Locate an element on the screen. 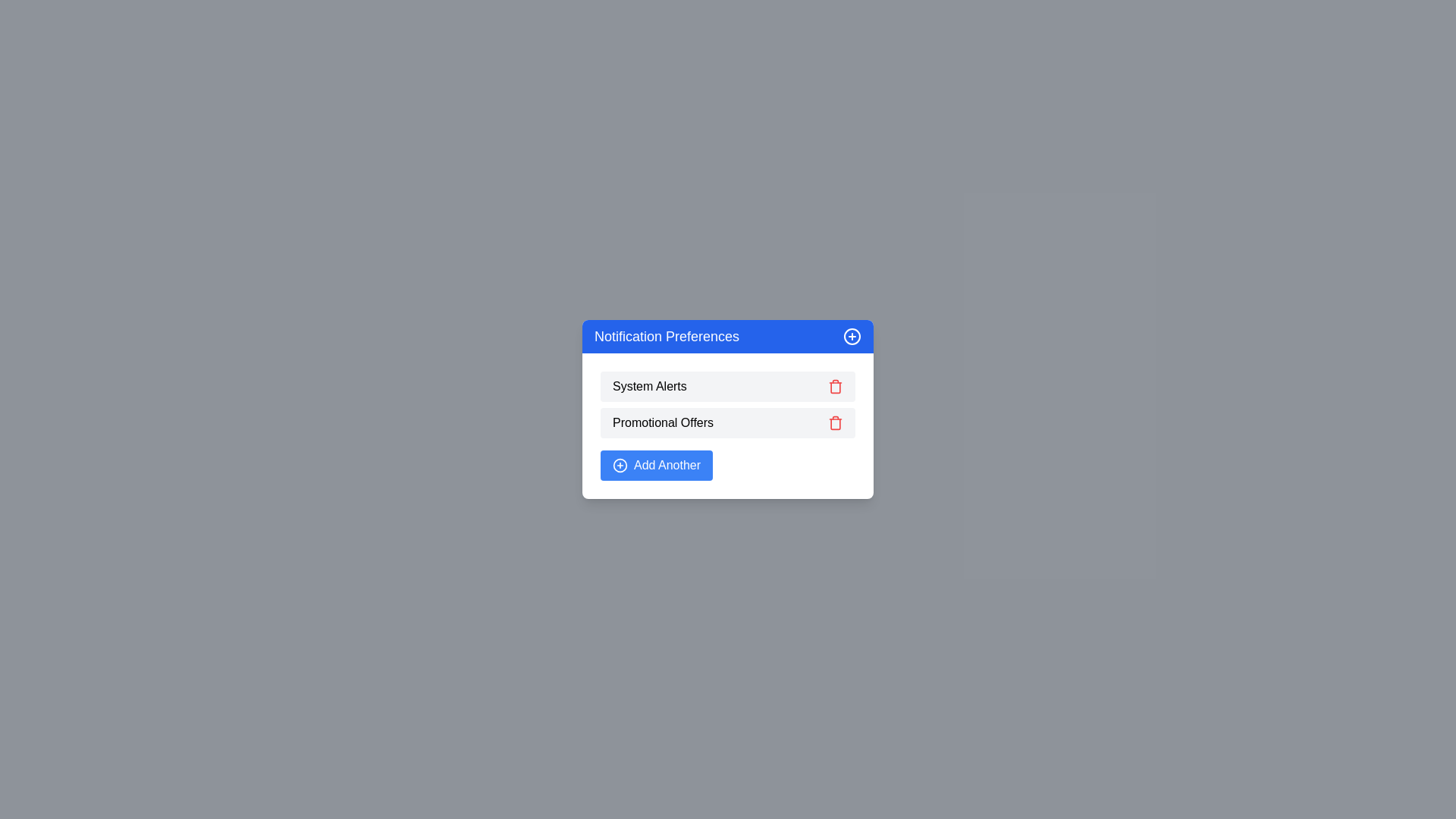 Image resolution: width=1456 pixels, height=819 pixels. header text of the card that manages notification preferences, which is indicated by the header with an icon at the top of the white rectangular card is located at coordinates (728, 335).